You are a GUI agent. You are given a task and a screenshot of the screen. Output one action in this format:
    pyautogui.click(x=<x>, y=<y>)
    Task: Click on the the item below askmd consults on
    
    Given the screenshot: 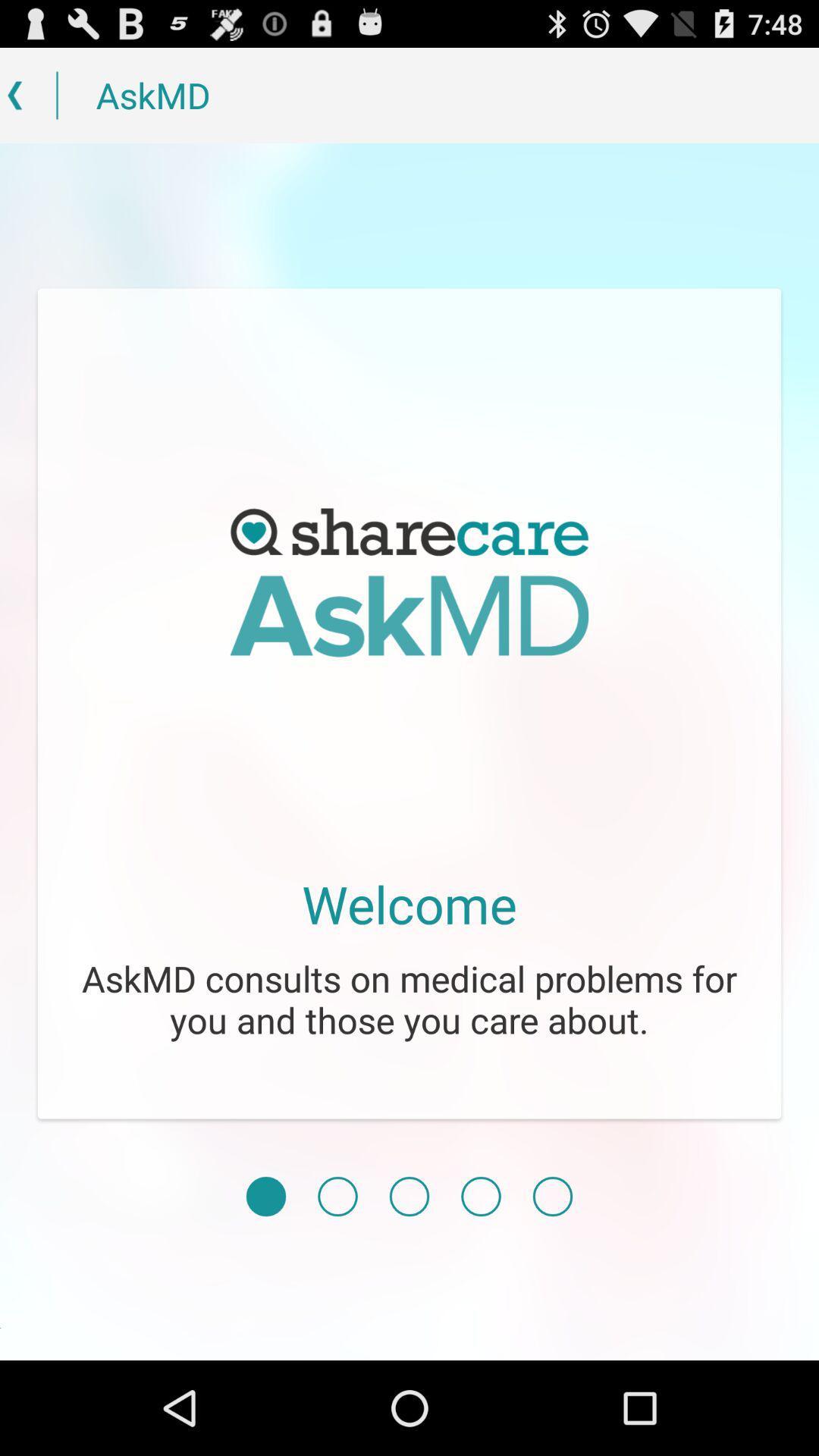 What is the action you would take?
    pyautogui.click(x=553, y=1196)
    